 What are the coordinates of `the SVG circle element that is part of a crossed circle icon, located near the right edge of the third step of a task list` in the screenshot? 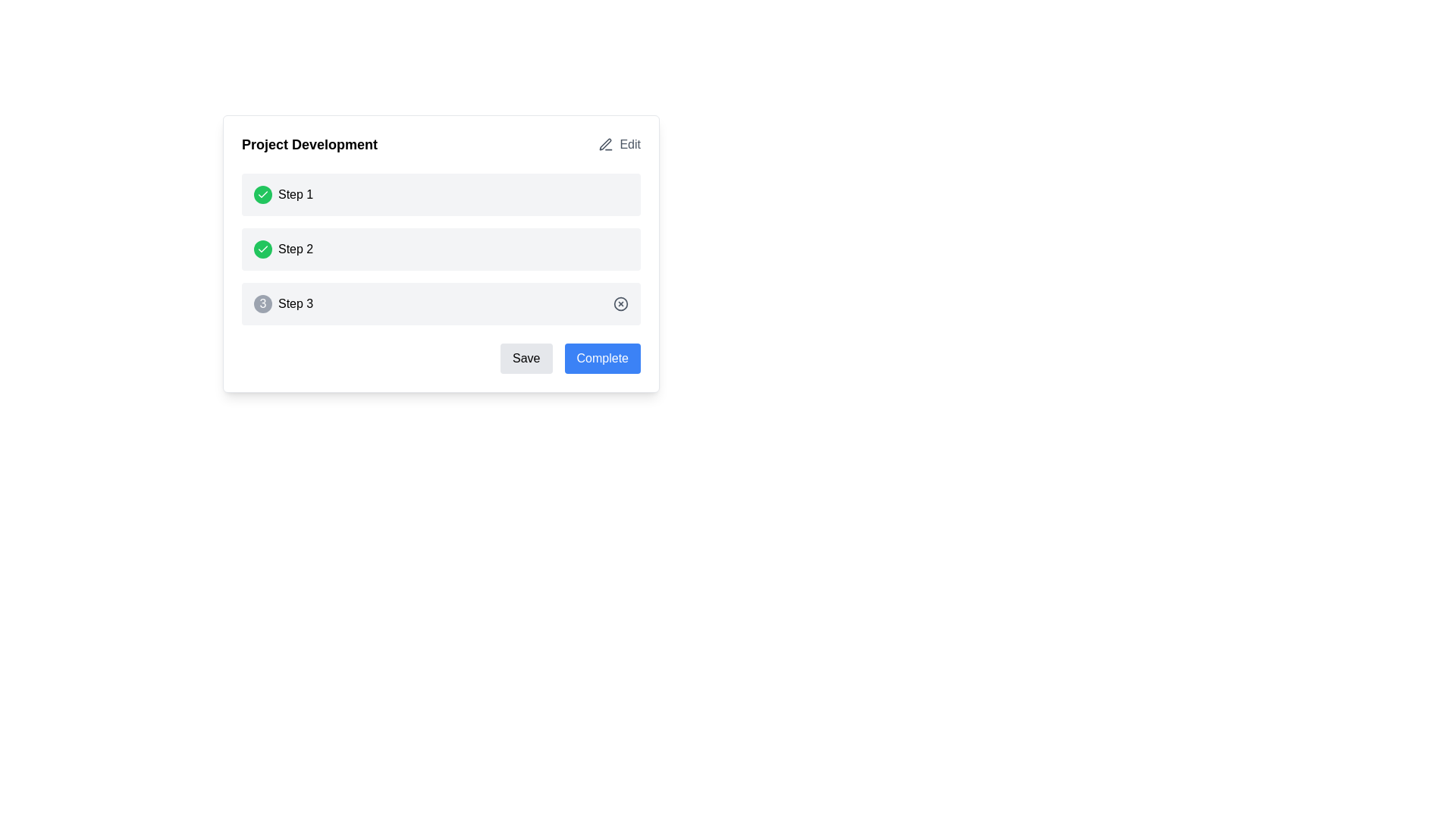 It's located at (621, 304).